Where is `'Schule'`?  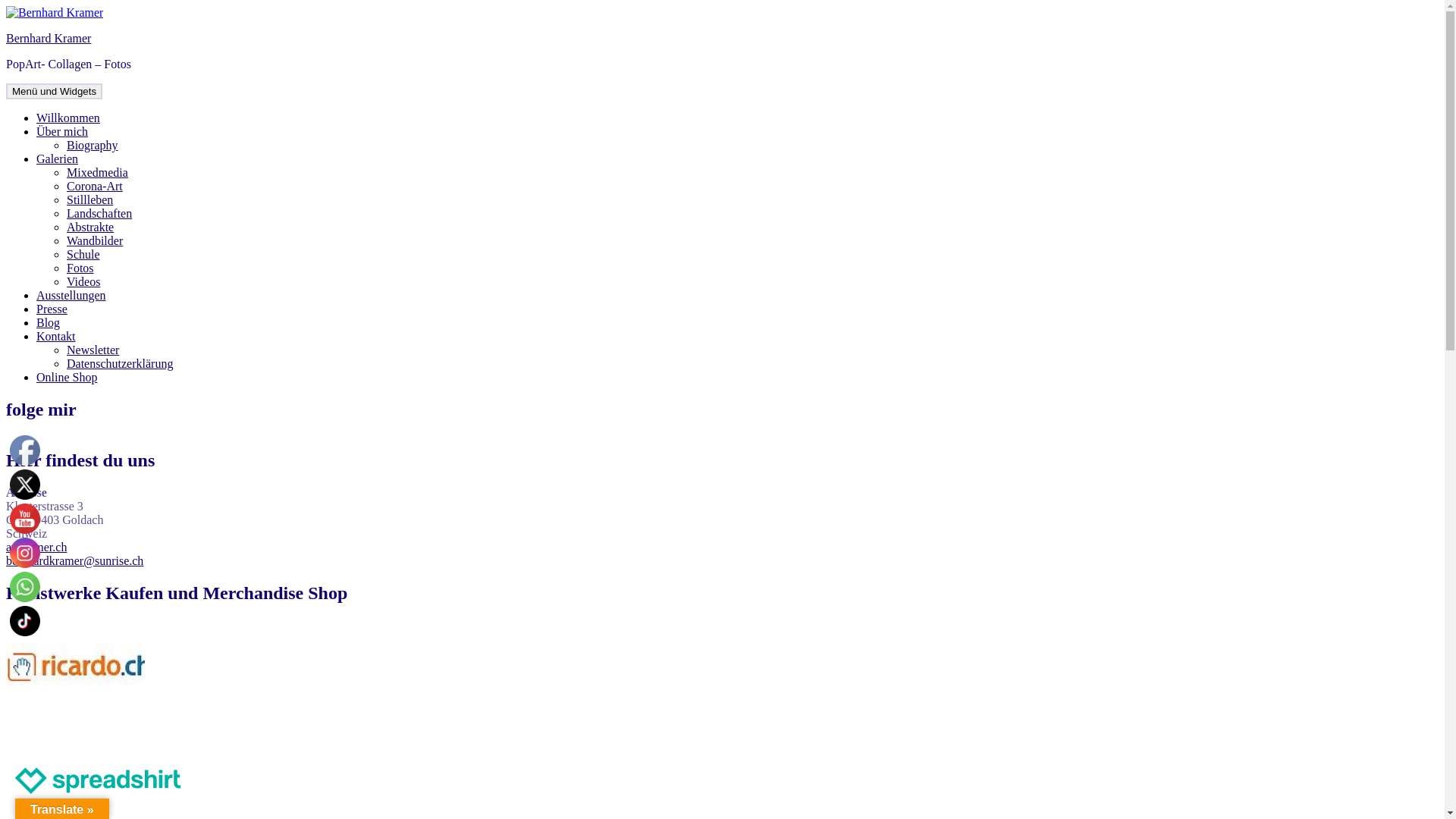 'Schule' is located at coordinates (65, 253).